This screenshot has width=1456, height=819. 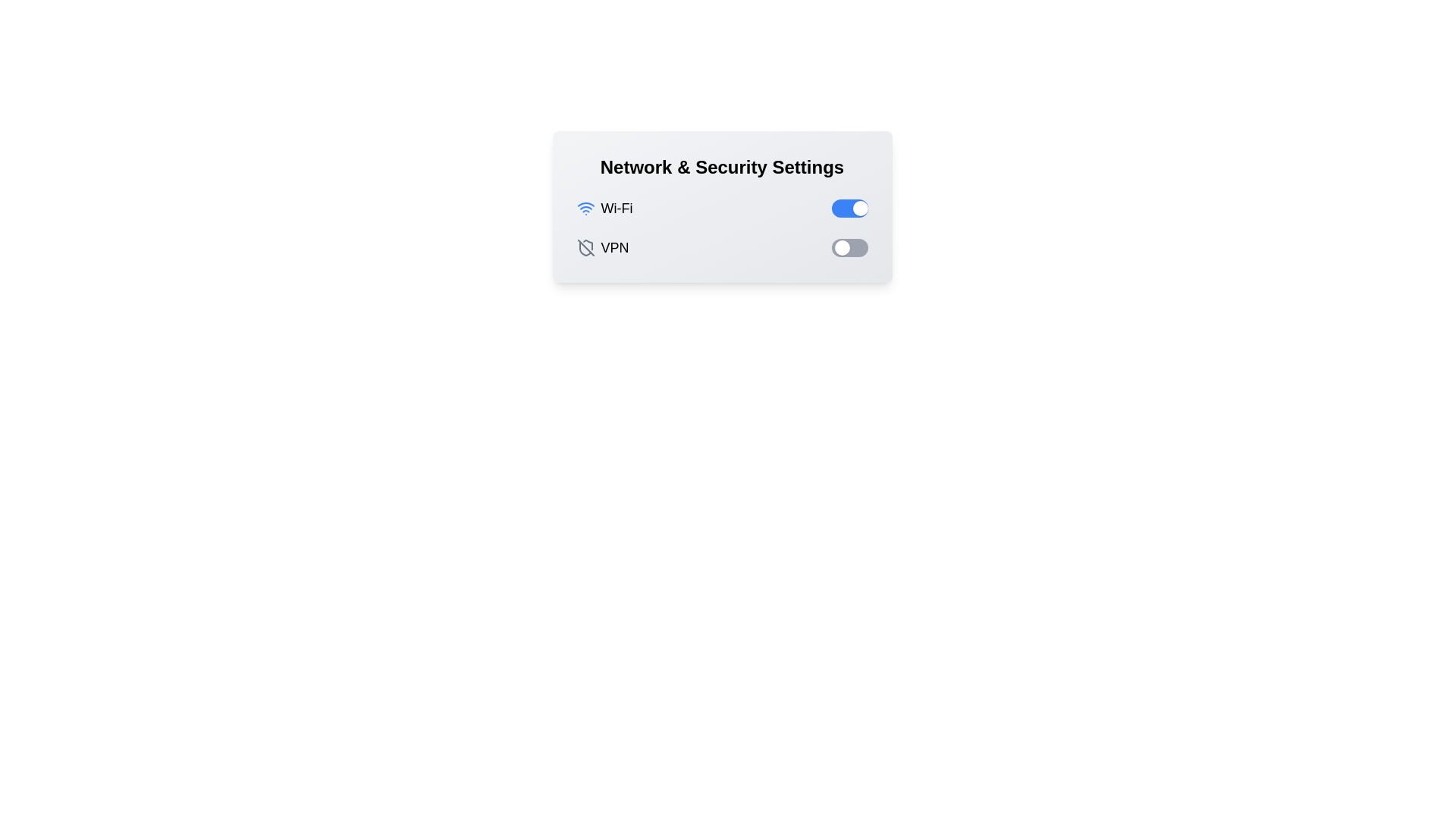 What do you see at coordinates (615, 247) in the screenshot?
I see `the text label that indicates the functionality of the associated toggle switch for enabling or disabling the VPN feature in the application, which is located under the 'Network & Security Settings' section` at bounding box center [615, 247].